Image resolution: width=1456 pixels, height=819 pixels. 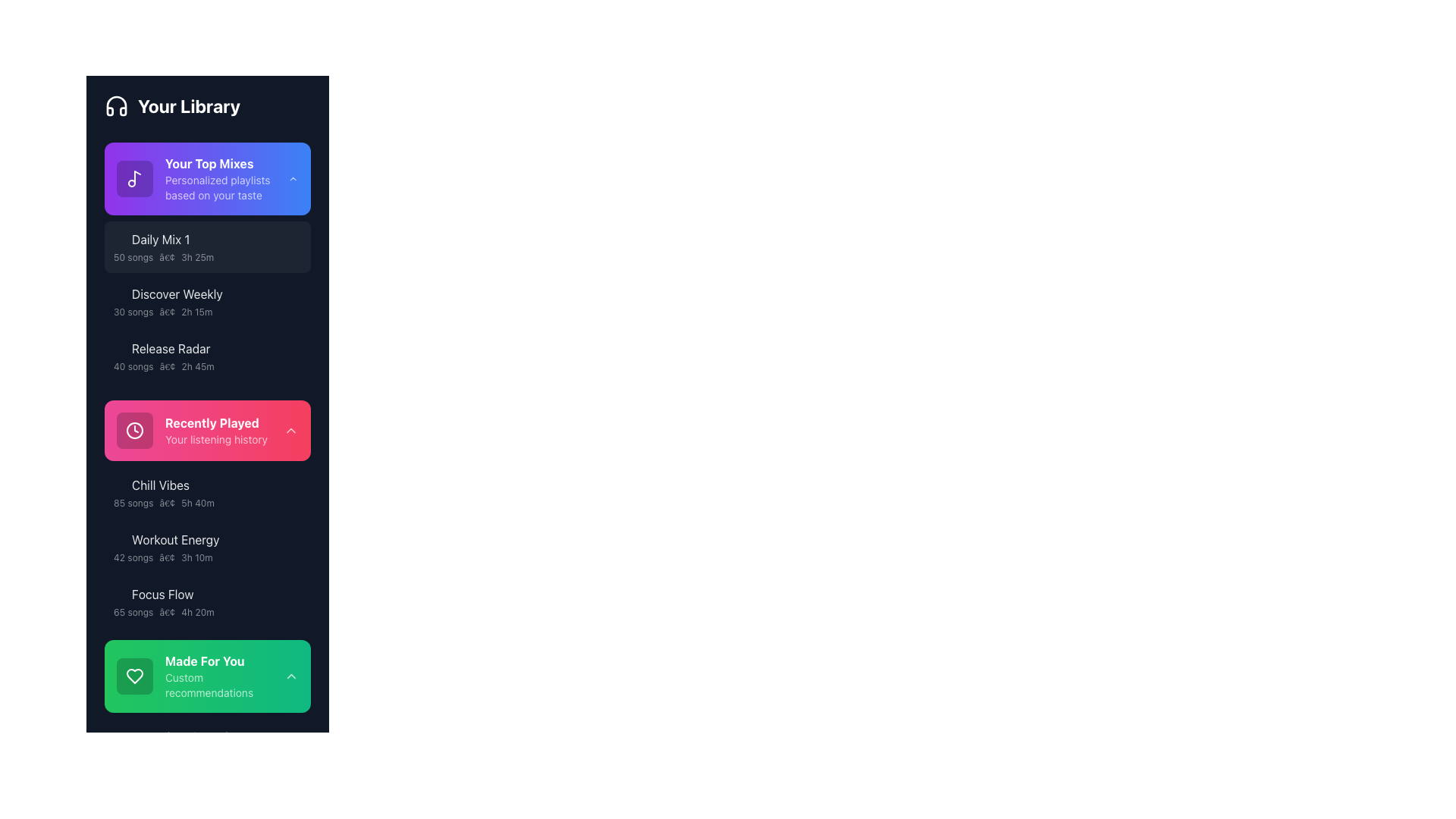 What do you see at coordinates (167, 503) in the screenshot?
I see `the bullet point ('•') element located between '85 songs' and '5h 40m' in the 'Chill Vibes' playlist section` at bounding box center [167, 503].